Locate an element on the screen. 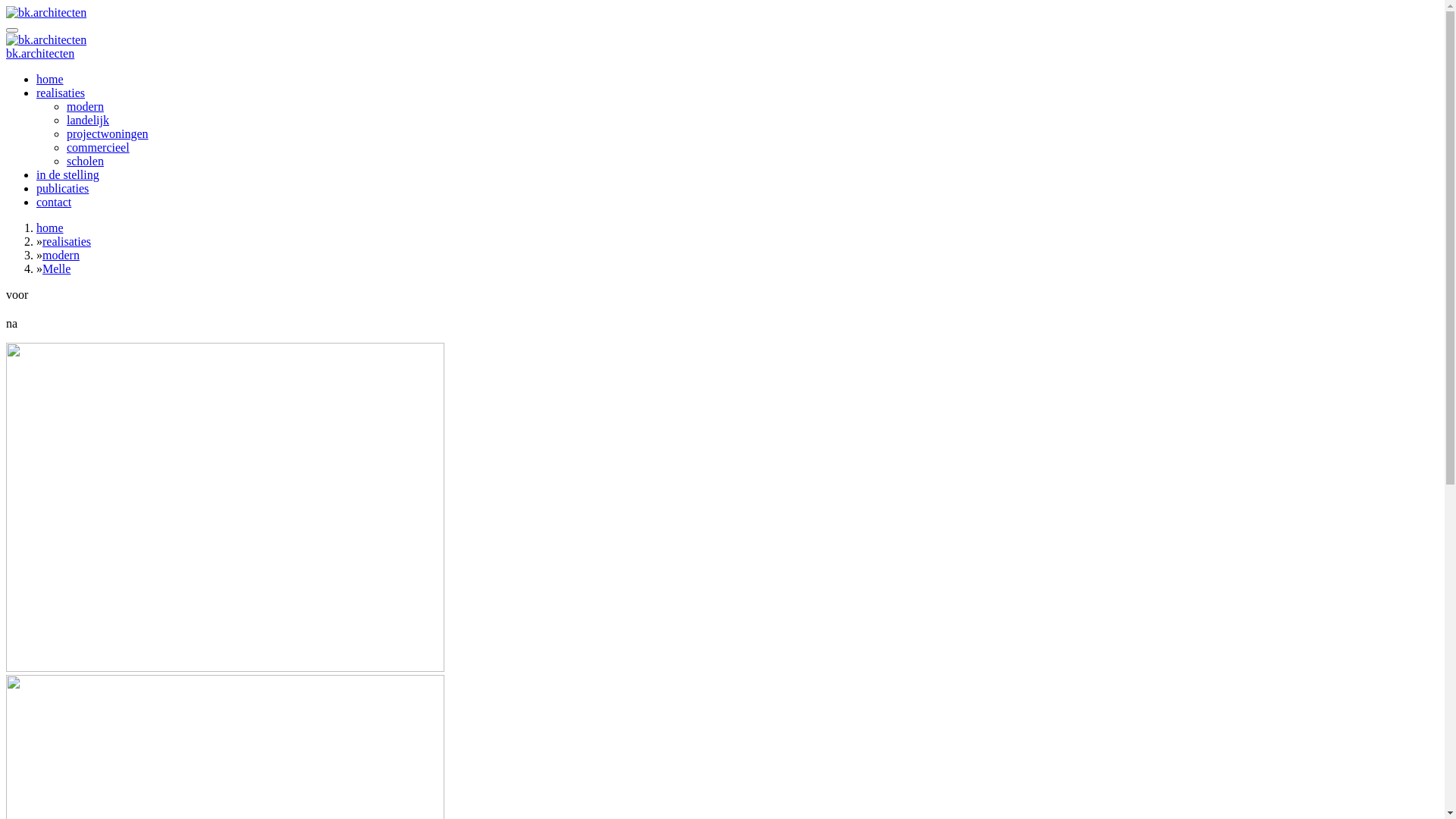 Image resolution: width=1456 pixels, height=819 pixels. 'publicaties' is located at coordinates (36, 187).